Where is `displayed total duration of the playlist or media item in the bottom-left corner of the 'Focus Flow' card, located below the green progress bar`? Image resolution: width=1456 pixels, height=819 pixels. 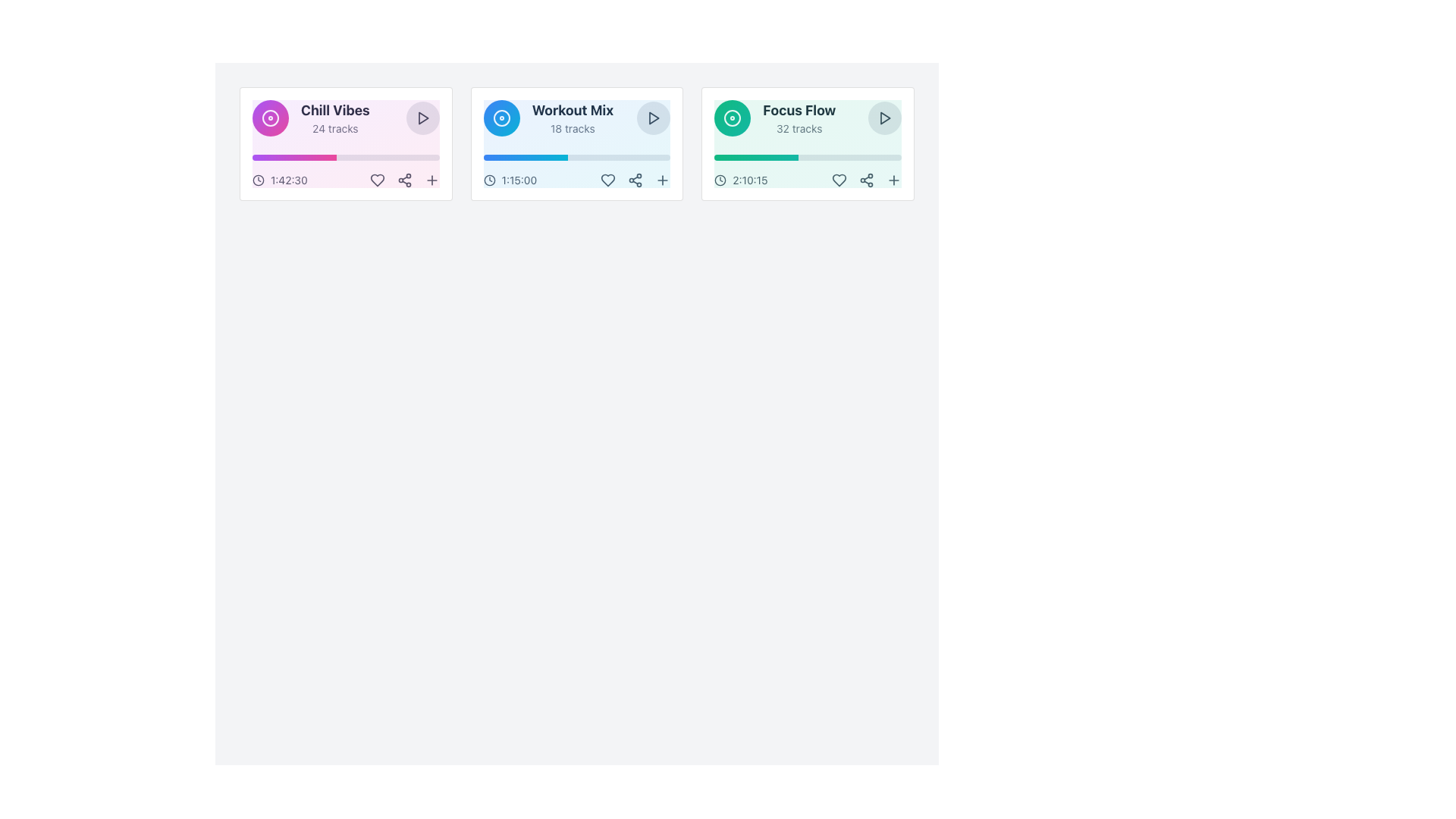
displayed total duration of the playlist or media item in the bottom-left corner of the 'Focus Flow' card, located below the green progress bar is located at coordinates (741, 180).